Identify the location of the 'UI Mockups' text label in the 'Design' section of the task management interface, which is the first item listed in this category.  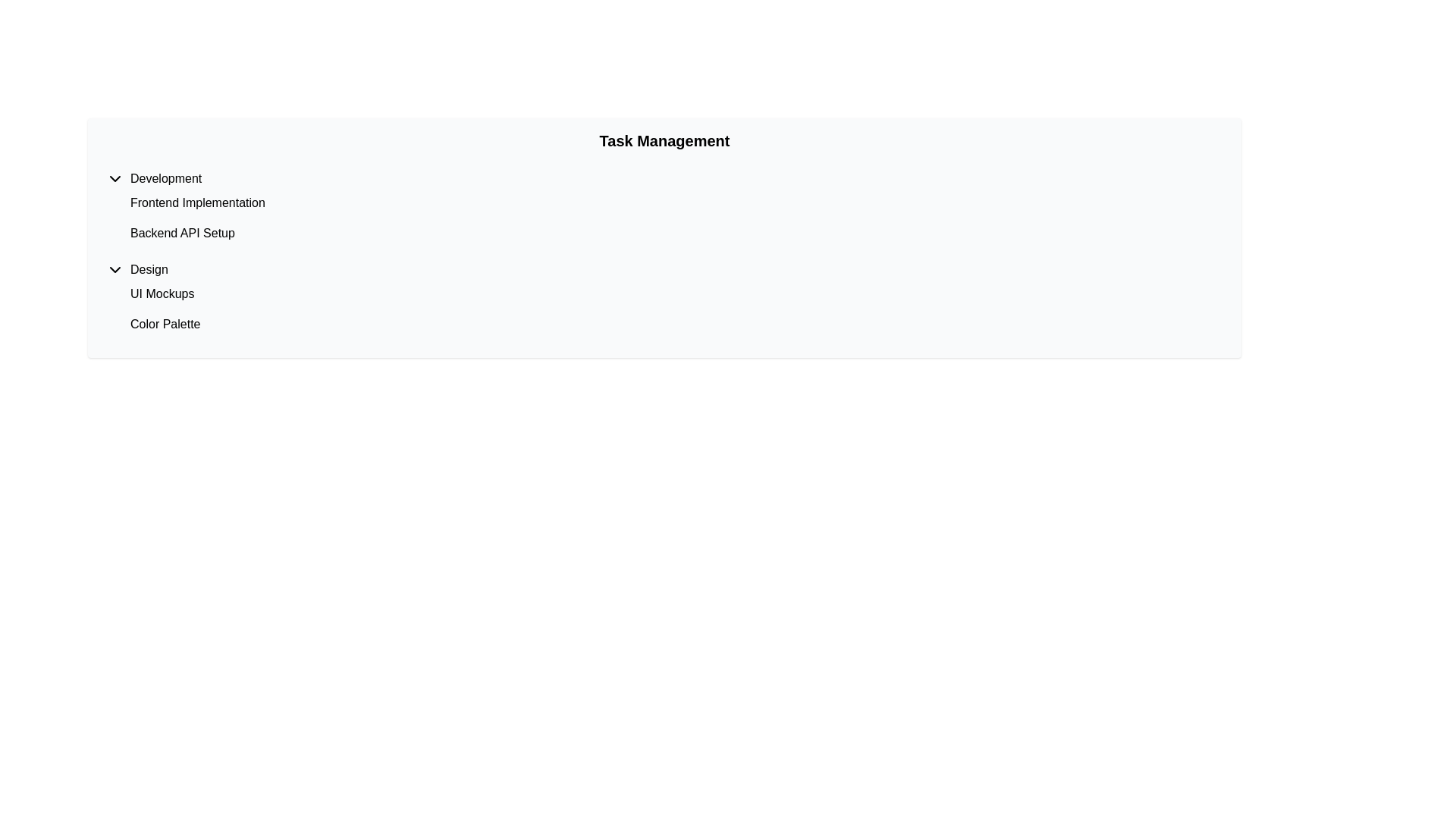
(162, 294).